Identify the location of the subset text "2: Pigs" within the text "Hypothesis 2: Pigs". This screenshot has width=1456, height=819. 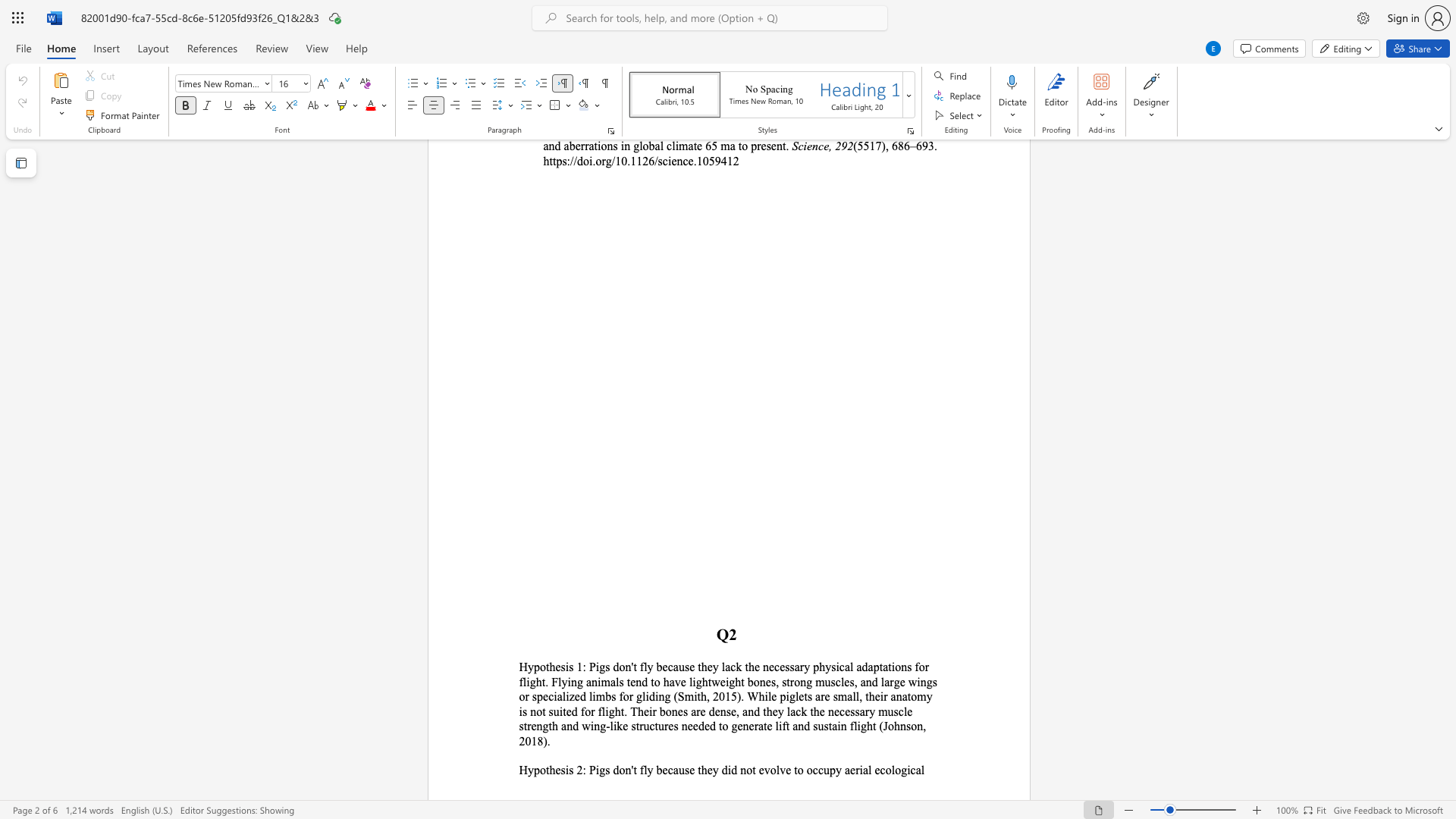
(576, 770).